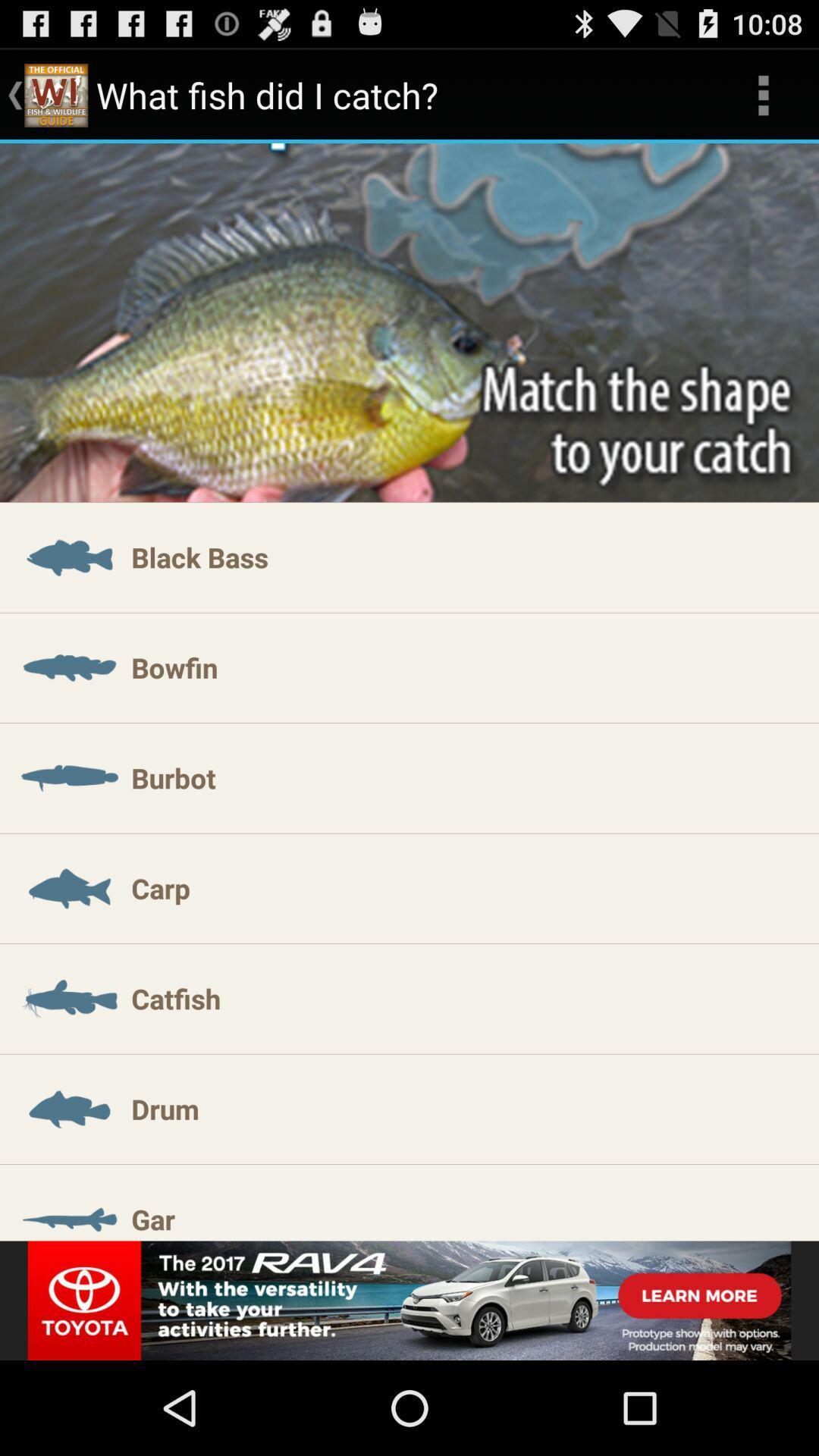 The image size is (819, 1456). What do you see at coordinates (409, 1300) in the screenshot?
I see `open advertisement` at bounding box center [409, 1300].